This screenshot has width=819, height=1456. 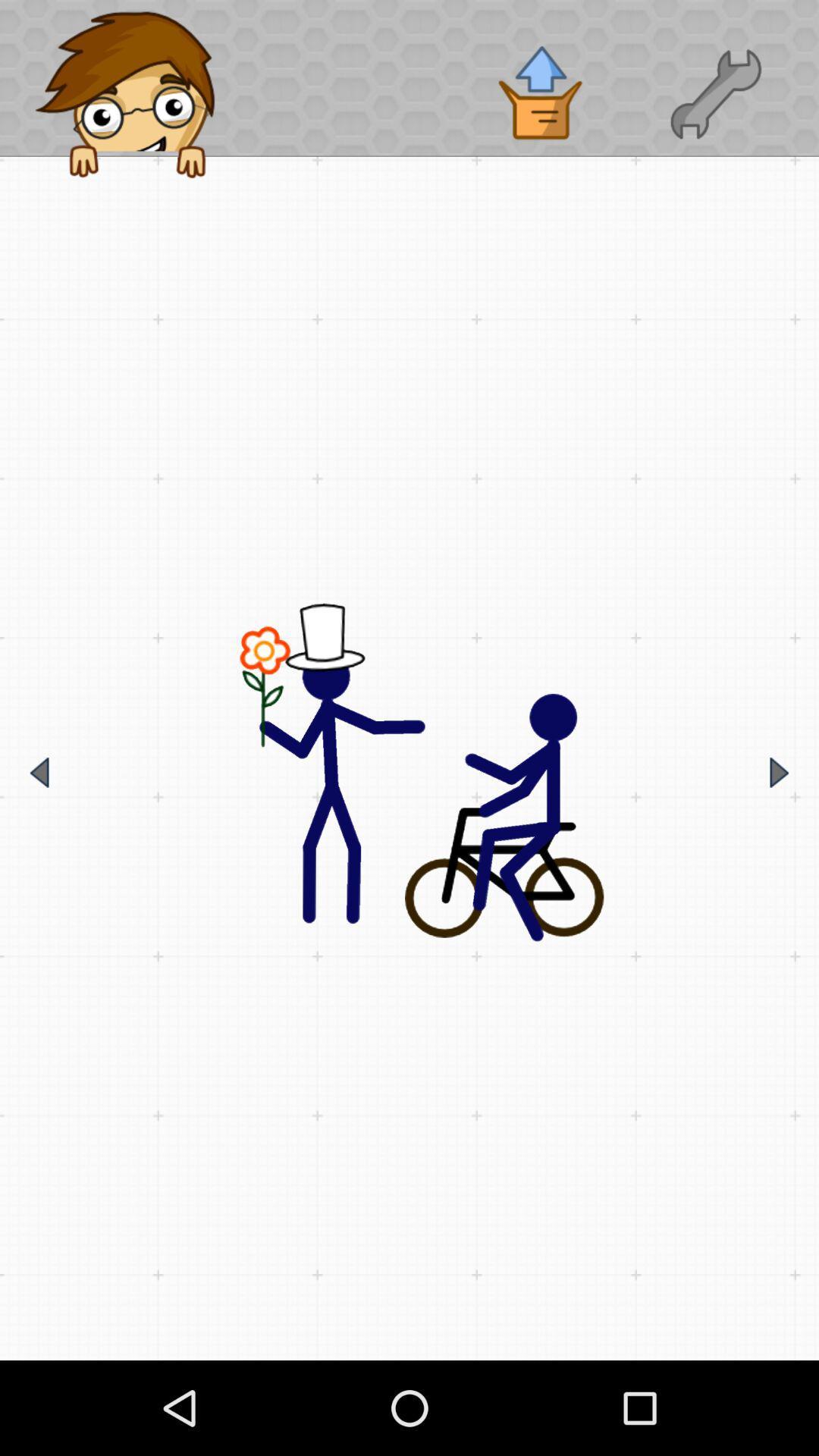 What do you see at coordinates (779, 772) in the screenshot?
I see `the play icon` at bounding box center [779, 772].